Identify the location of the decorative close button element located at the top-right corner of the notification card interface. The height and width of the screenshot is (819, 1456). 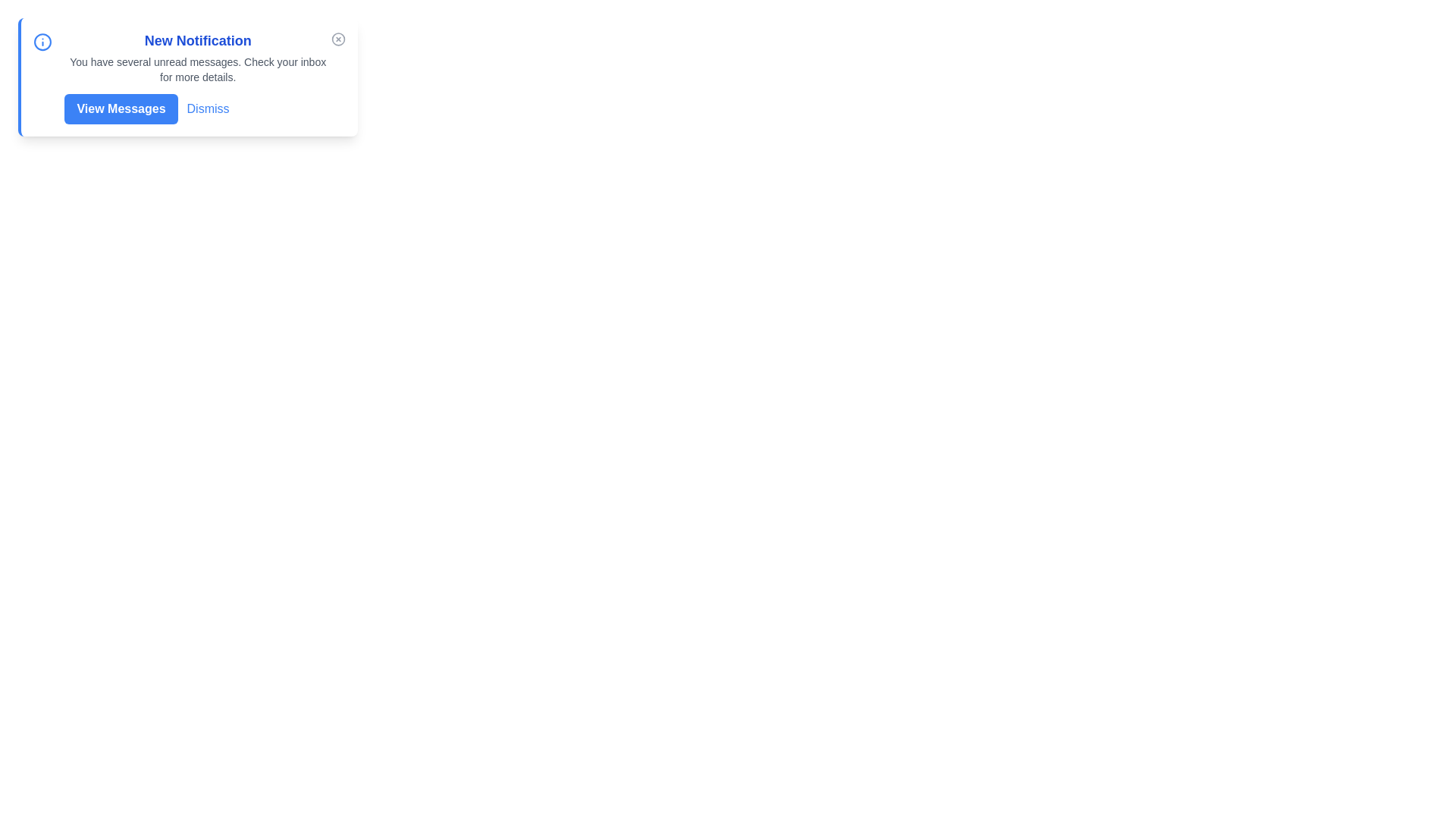
(337, 38).